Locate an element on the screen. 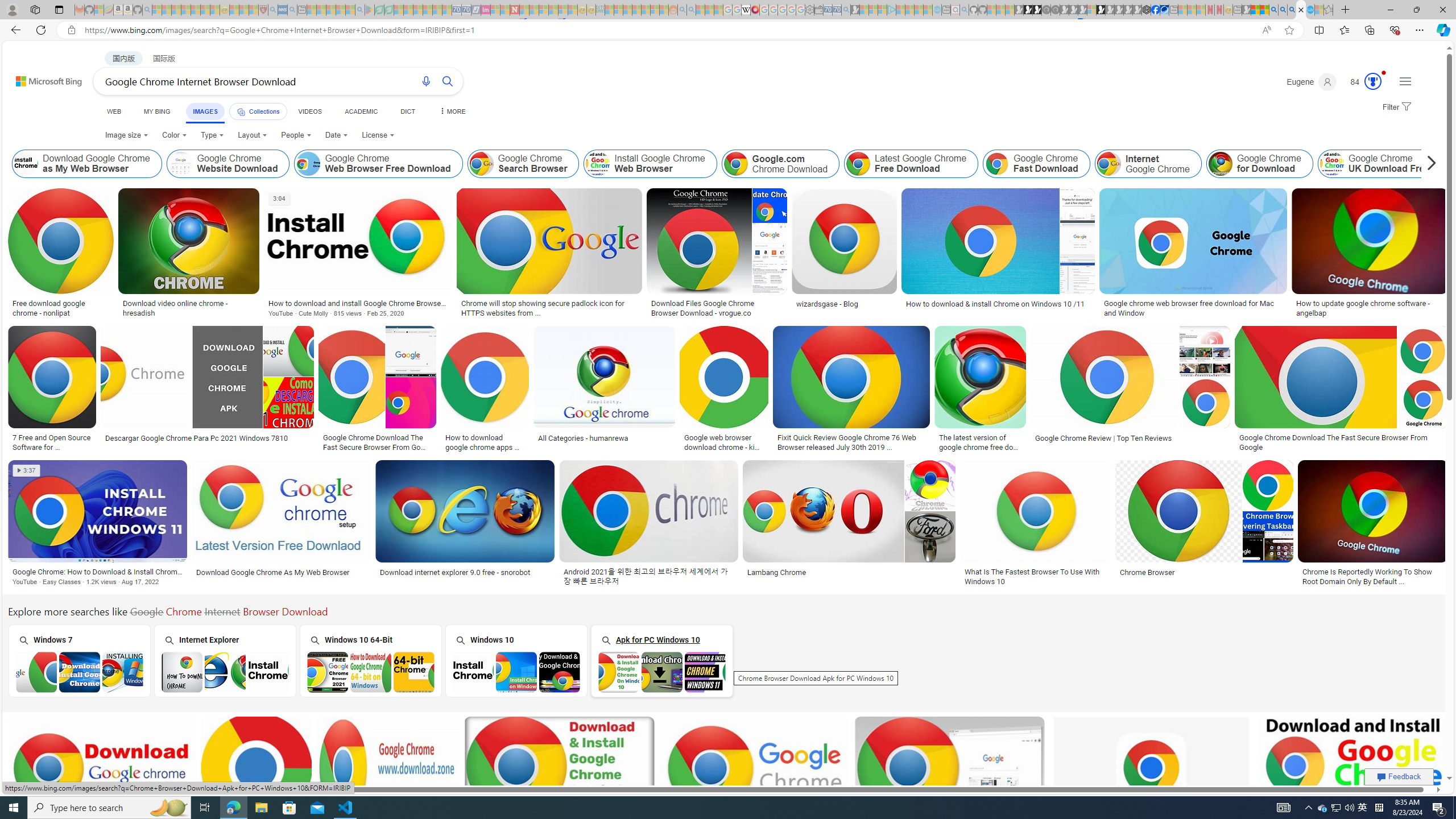 This screenshot has width=1456, height=819. 'Wallet - Sleeping' is located at coordinates (818, 9).